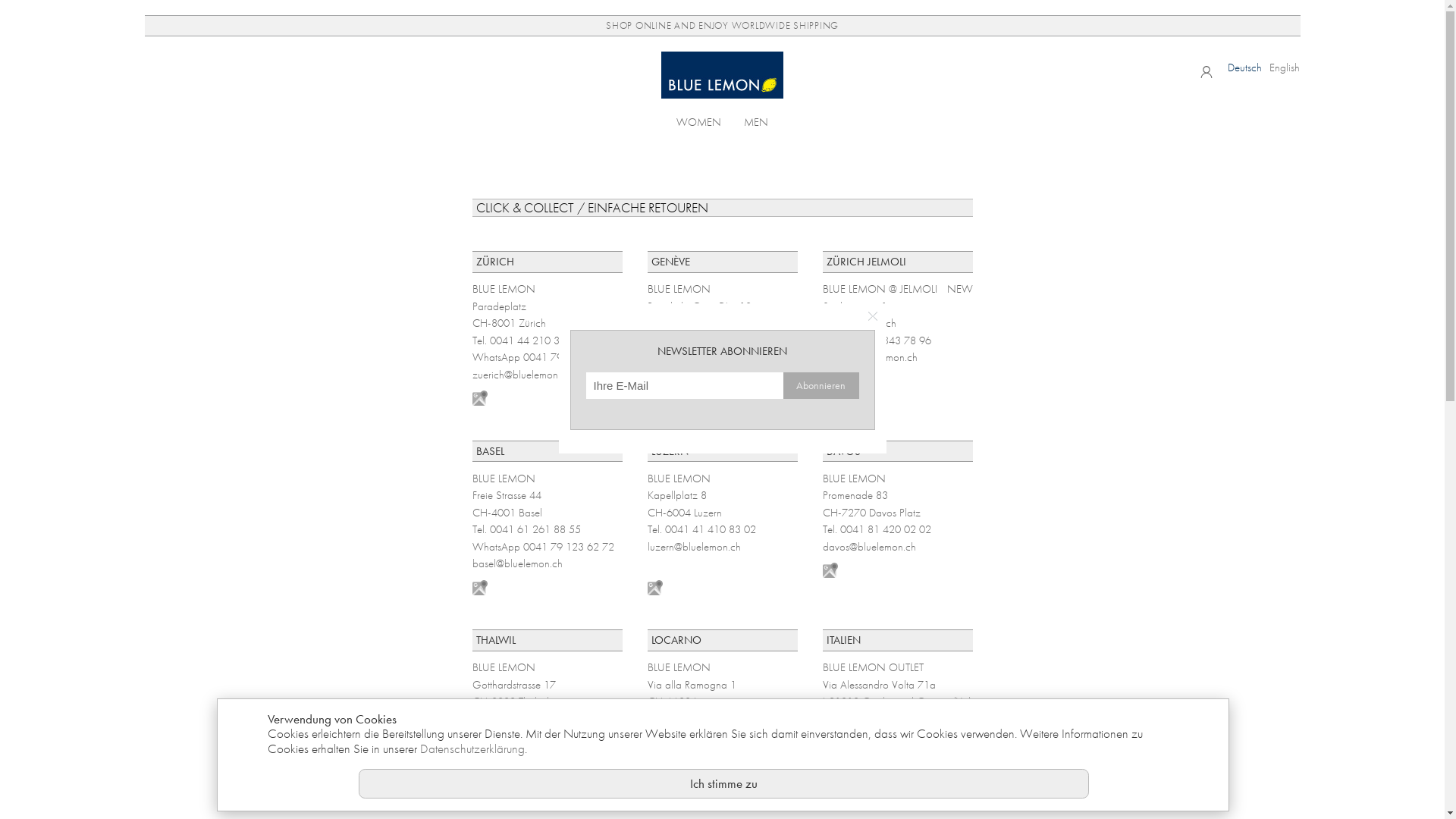 The image size is (1456, 819). What do you see at coordinates (697, 734) in the screenshot?
I see `'locarno@bluelemon.ch'` at bounding box center [697, 734].